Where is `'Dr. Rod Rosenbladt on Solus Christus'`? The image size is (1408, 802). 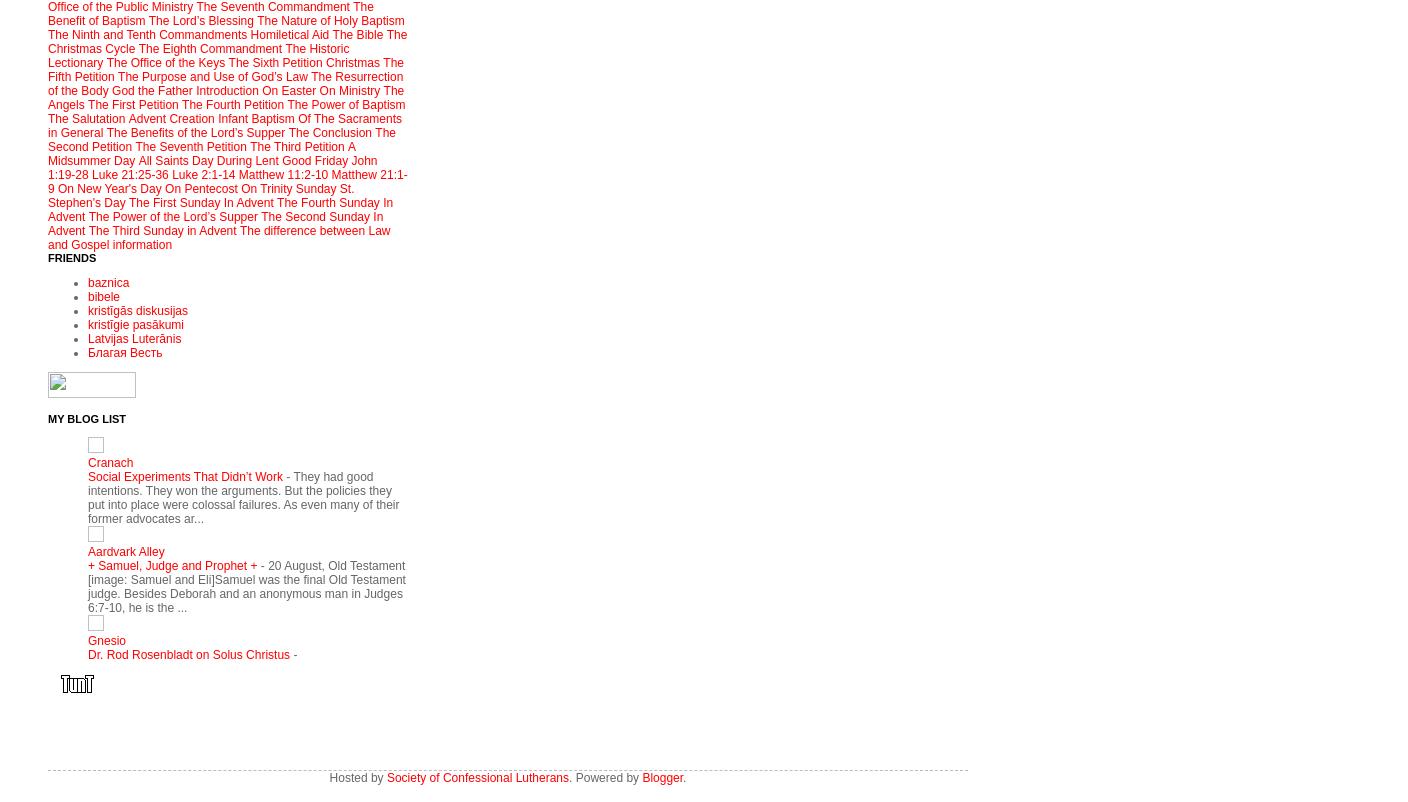 'Dr. Rod Rosenbladt on Solus Christus' is located at coordinates (189, 654).